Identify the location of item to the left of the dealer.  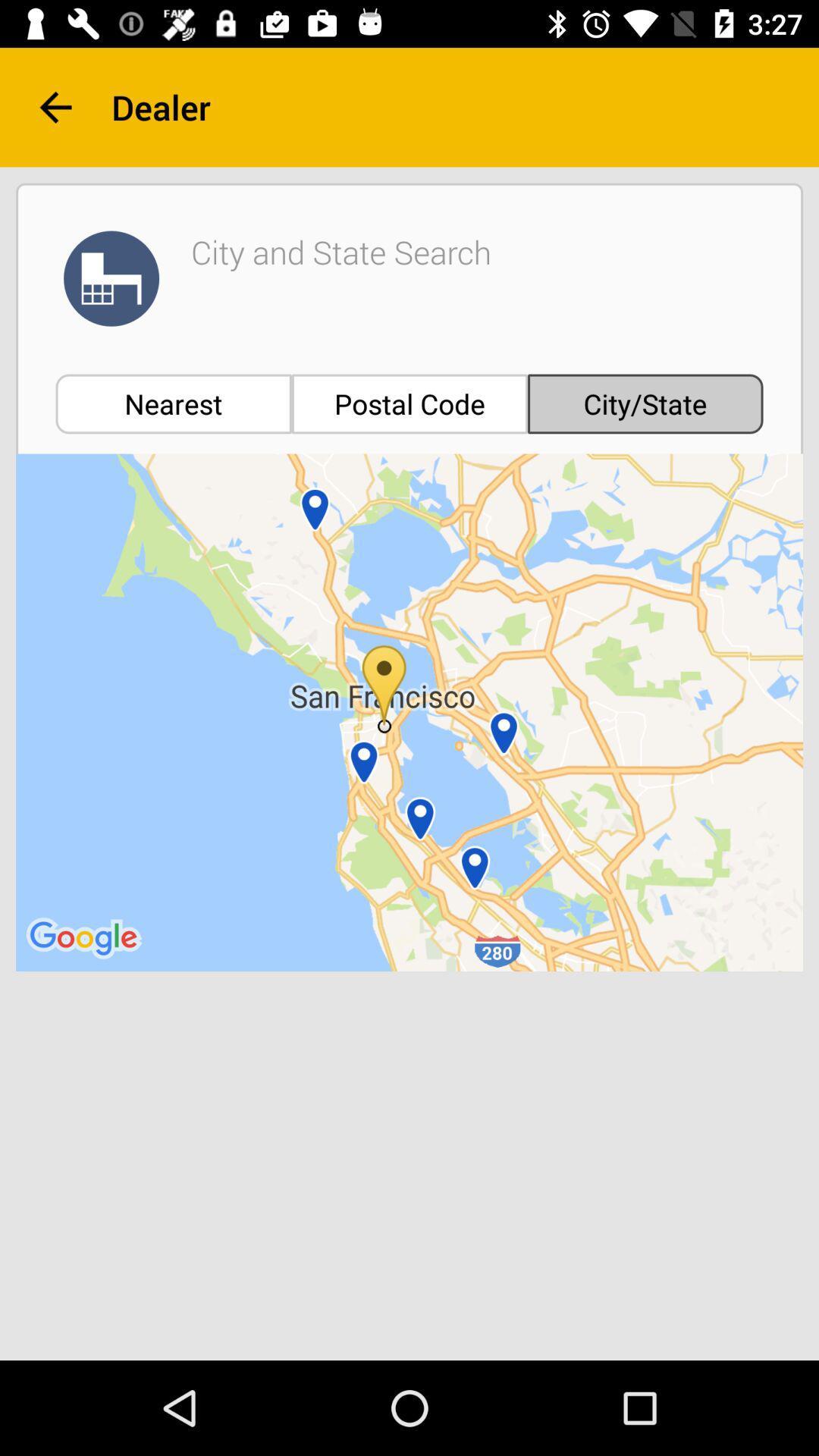
(55, 106).